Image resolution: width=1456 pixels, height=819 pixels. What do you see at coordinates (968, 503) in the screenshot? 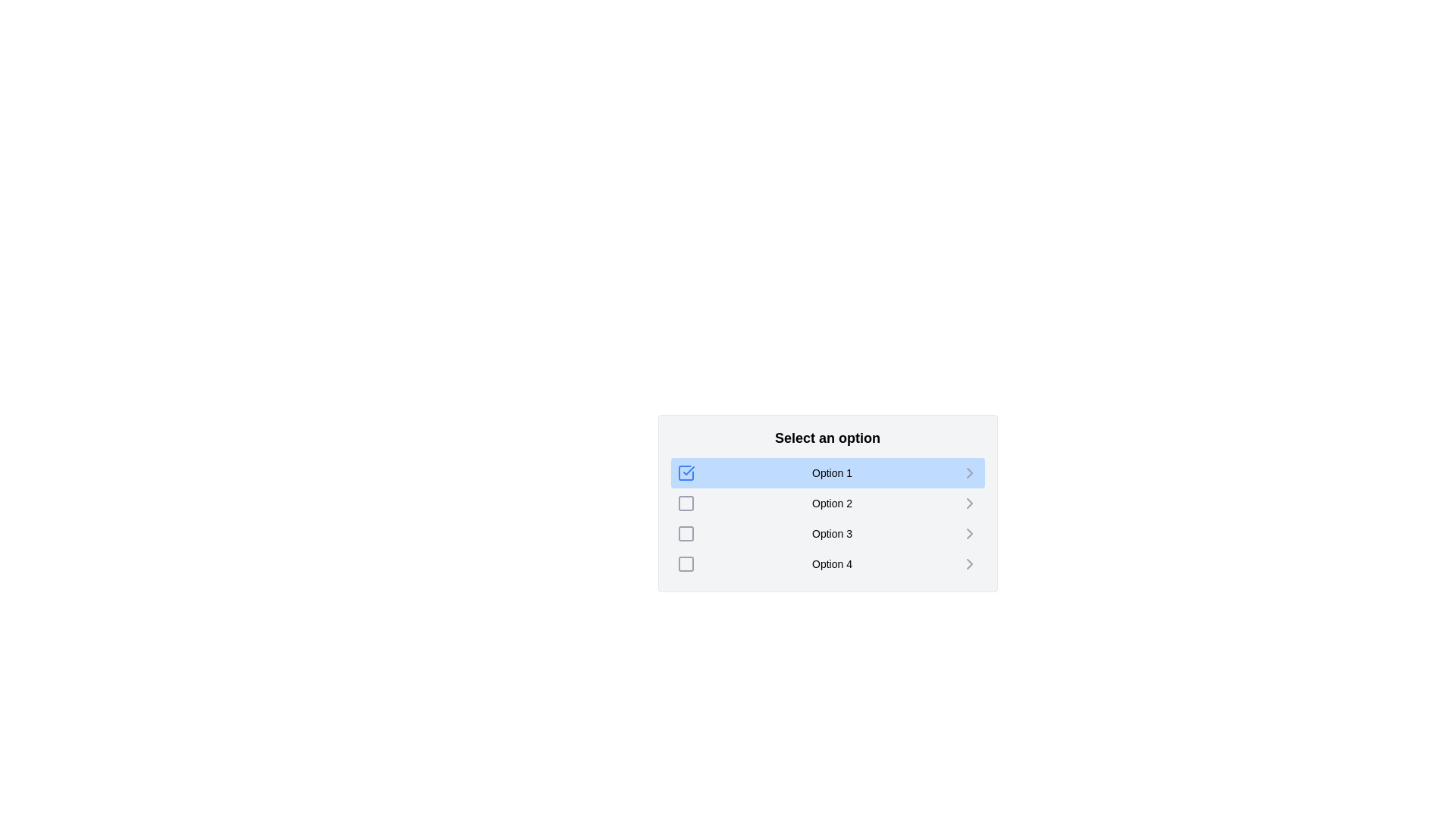
I see `the right-facing chevron icon located at the far-right of the 'Option 2' row` at bounding box center [968, 503].